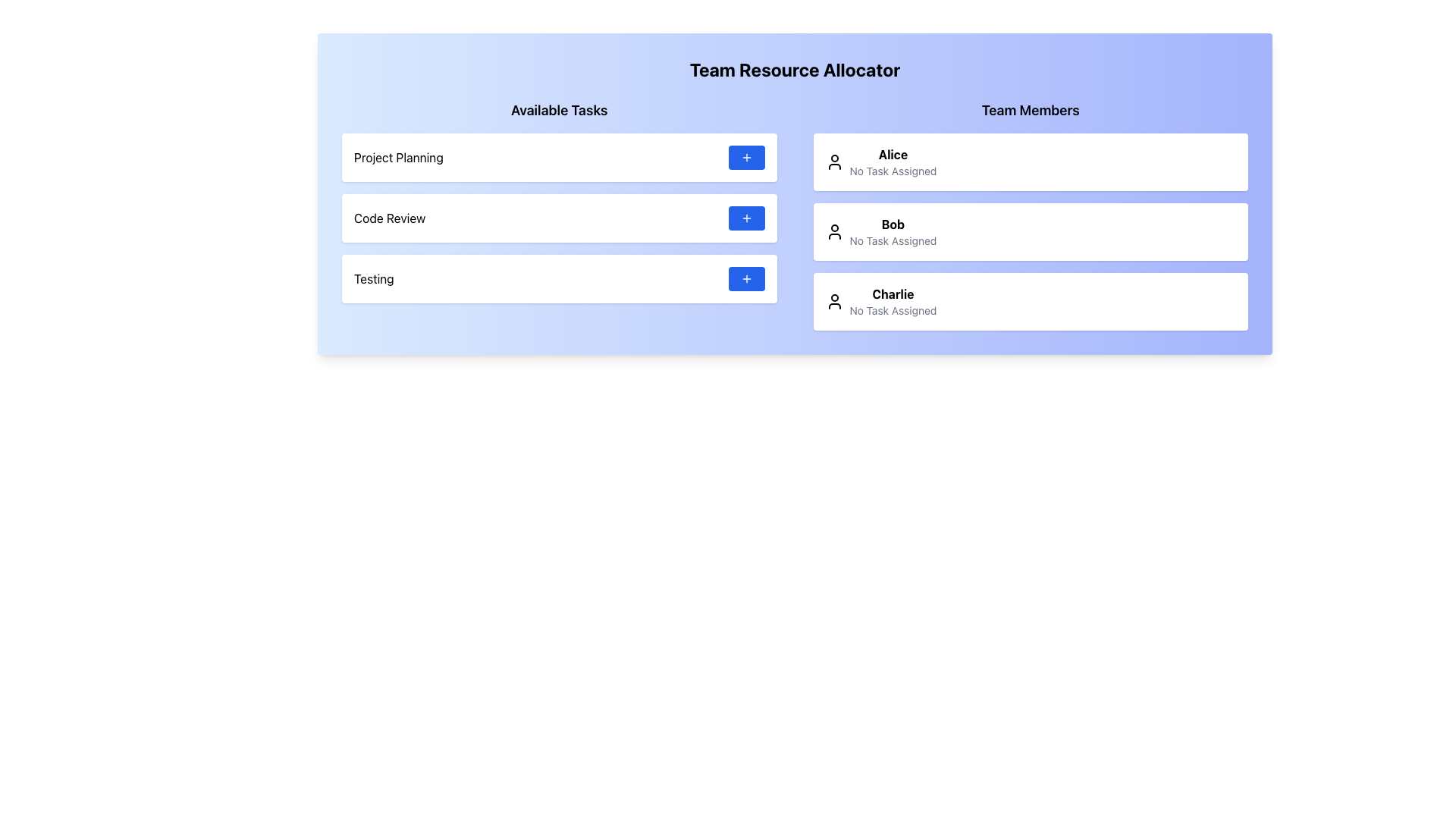 The width and height of the screenshot is (1456, 819). I want to click on the name in the User Card located in the 'Team Members' section, so click(880, 301).